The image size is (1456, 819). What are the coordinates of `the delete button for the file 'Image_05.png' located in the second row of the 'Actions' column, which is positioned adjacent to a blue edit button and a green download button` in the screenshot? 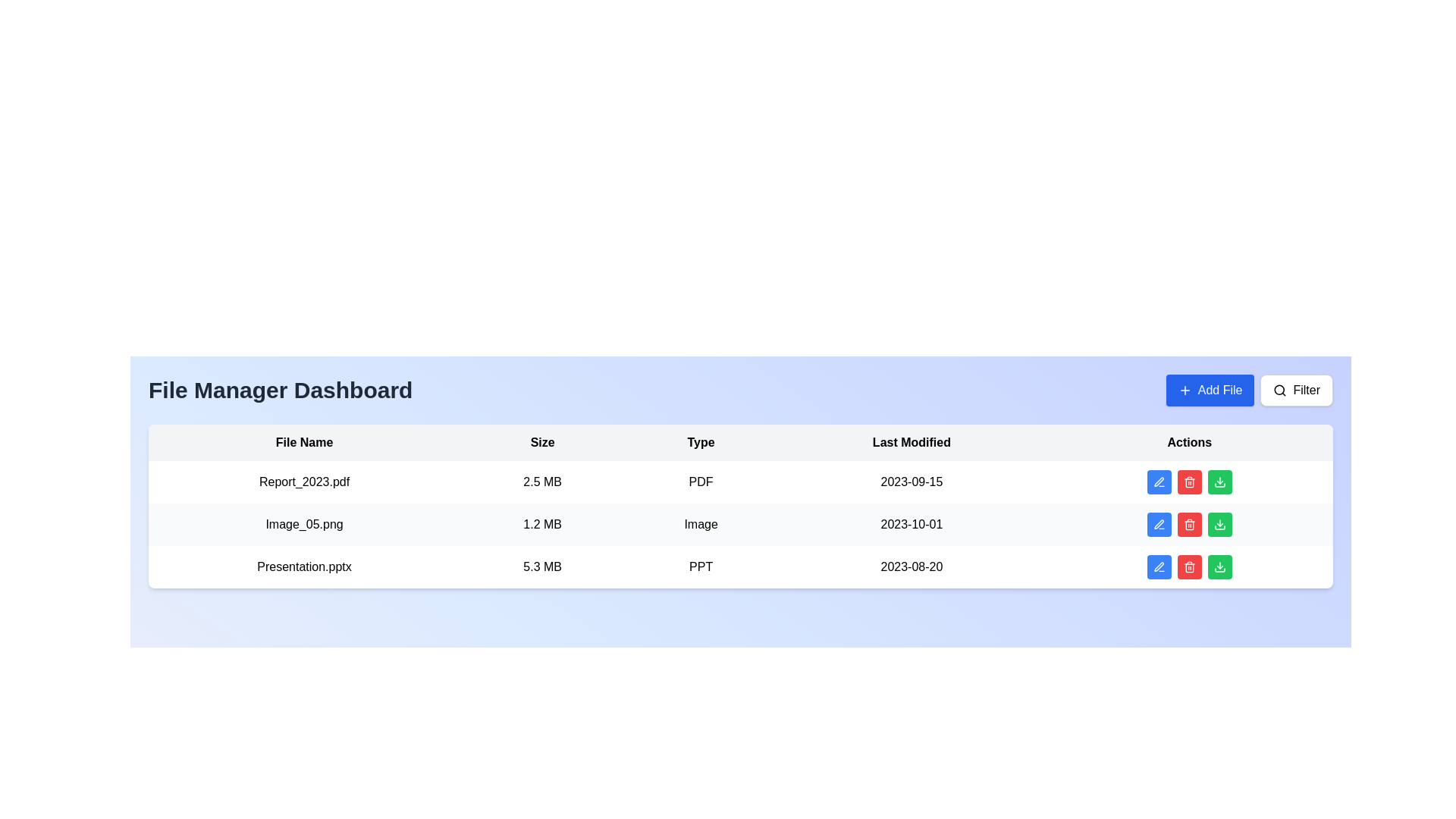 It's located at (1188, 523).